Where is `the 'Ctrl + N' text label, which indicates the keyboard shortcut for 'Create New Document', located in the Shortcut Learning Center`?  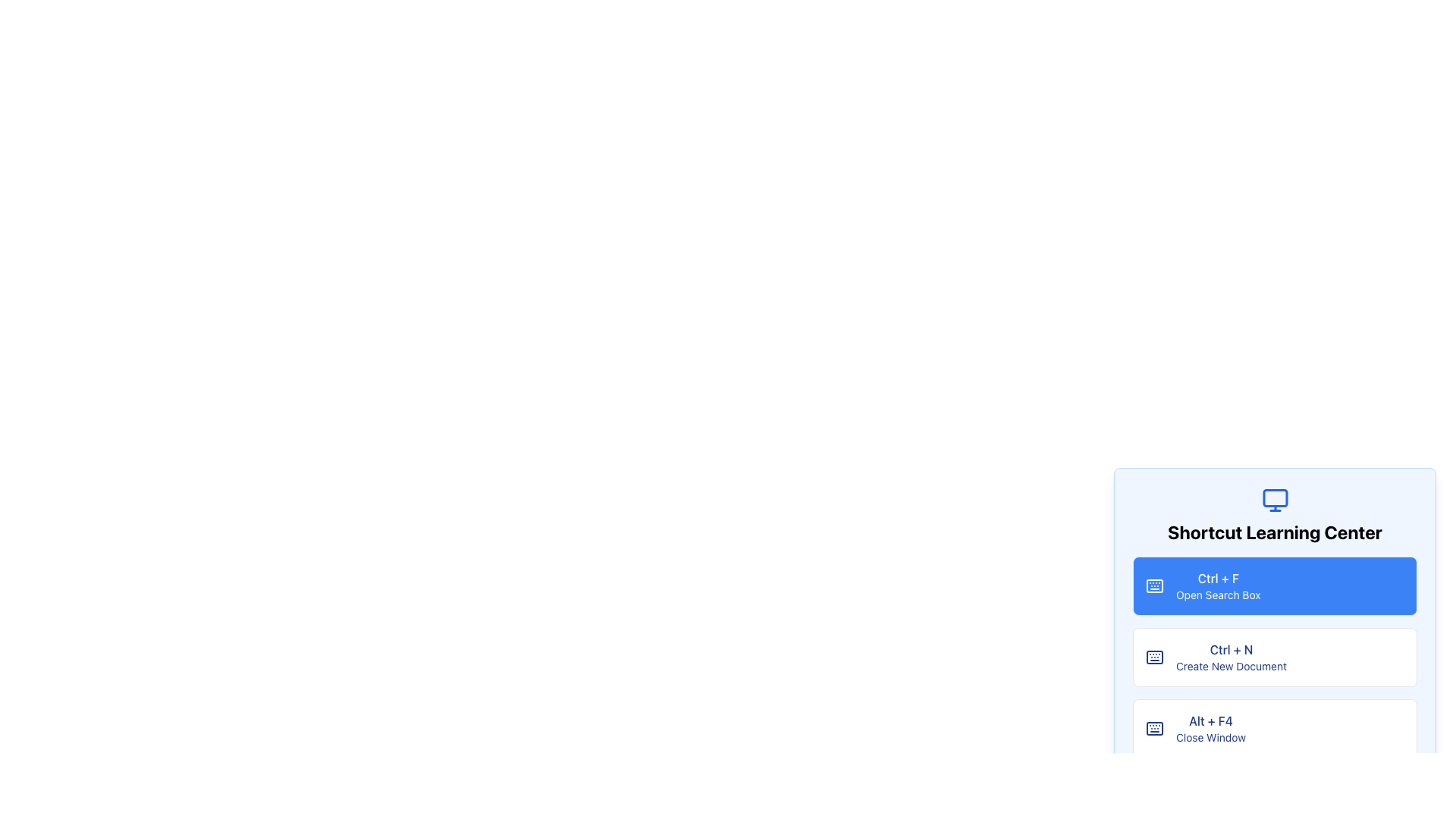 the 'Ctrl + N' text label, which indicates the keyboard shortcut for 'Create New Document', located in the Shortcut Learning Center is located at coordinates (1231, 648).